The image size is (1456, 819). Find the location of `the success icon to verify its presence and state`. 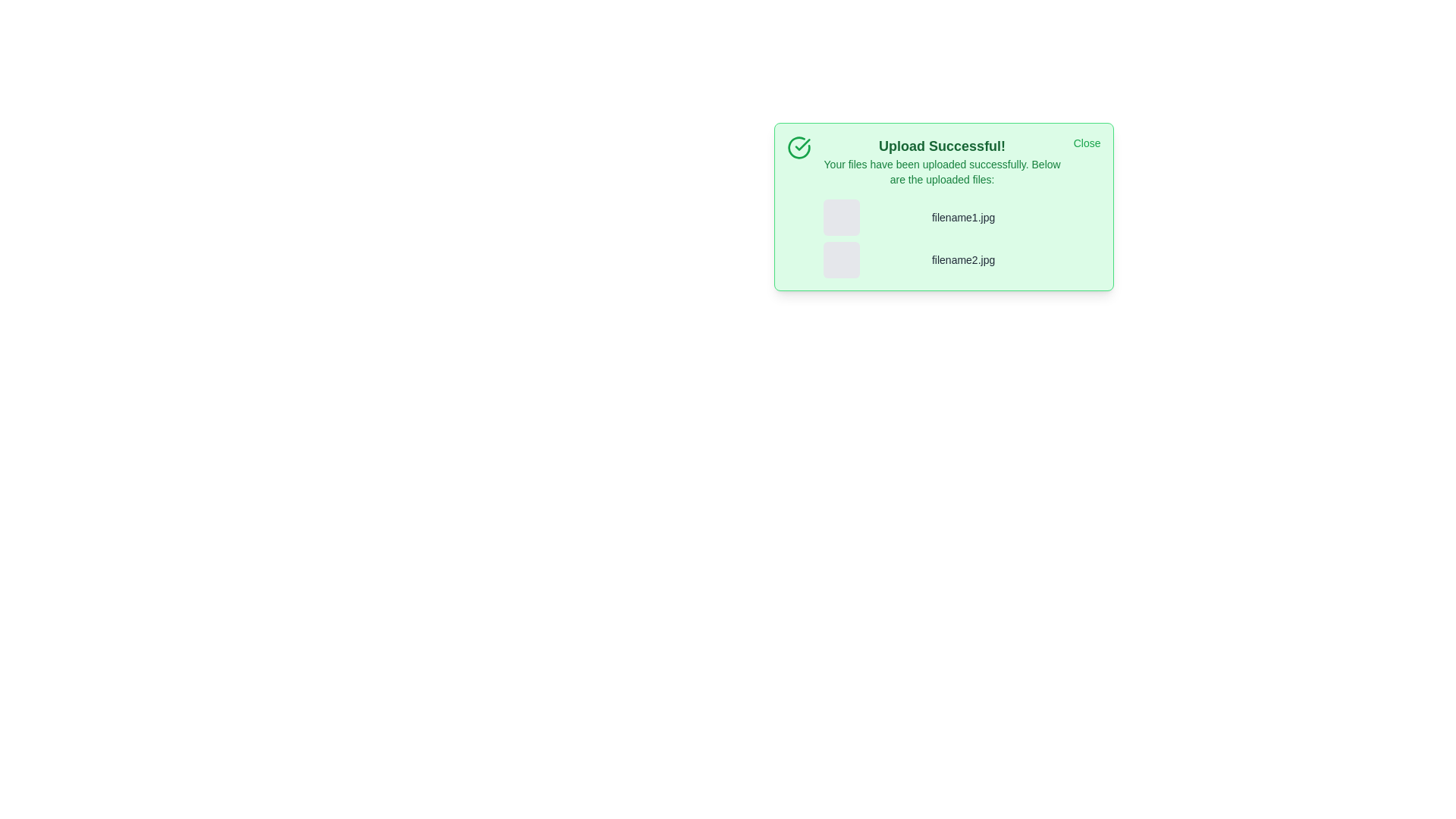

the success icon to verify its presence and state is located at coordinates (798, 148).